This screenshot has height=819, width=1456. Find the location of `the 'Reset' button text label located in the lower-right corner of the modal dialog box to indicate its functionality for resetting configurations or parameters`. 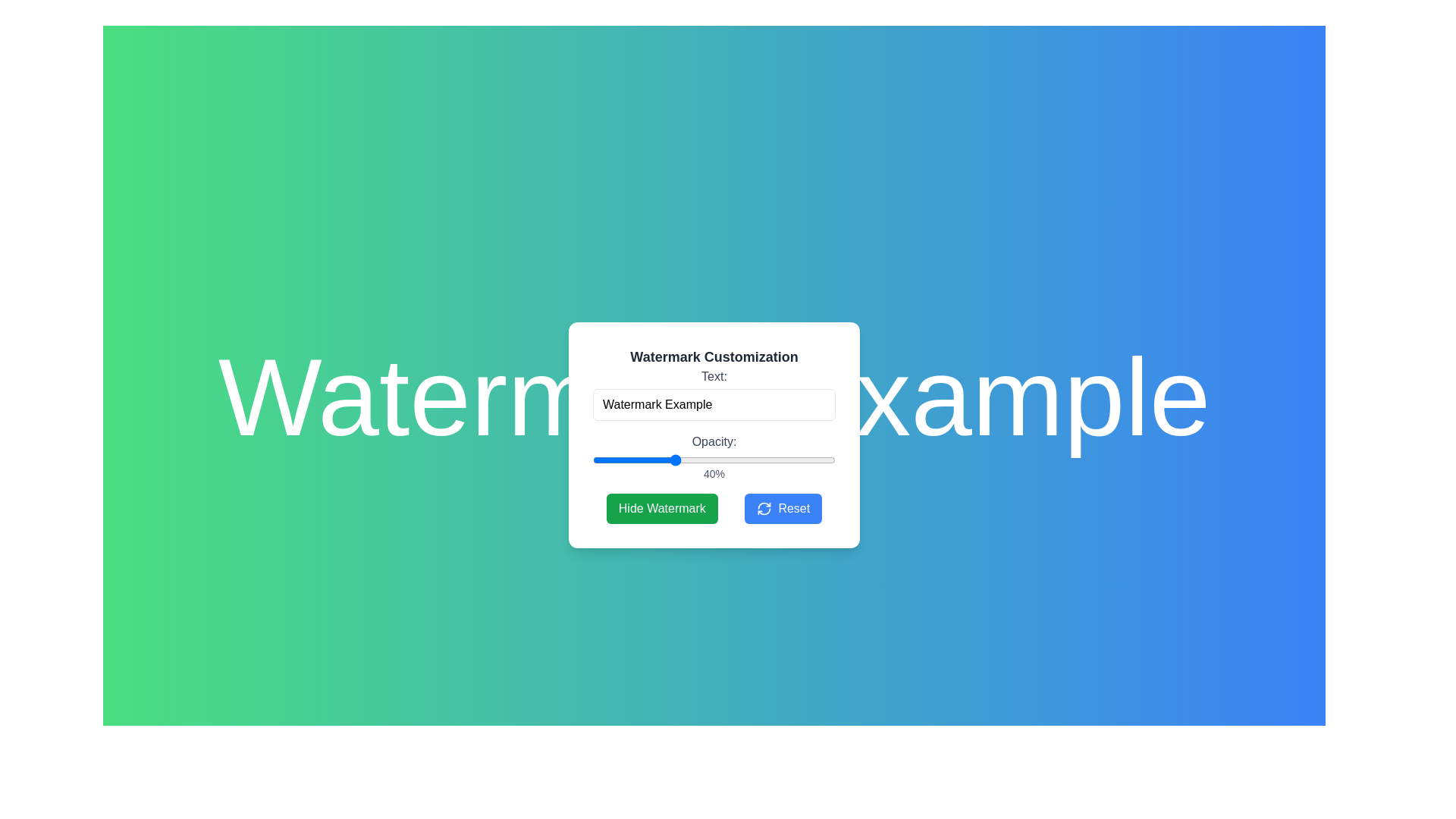

the 'Reset' button text label located in the lower-right corner of the modal dialog box to indicate its functionality for resetting configurations or parameters is located at coordinates (793, 509).